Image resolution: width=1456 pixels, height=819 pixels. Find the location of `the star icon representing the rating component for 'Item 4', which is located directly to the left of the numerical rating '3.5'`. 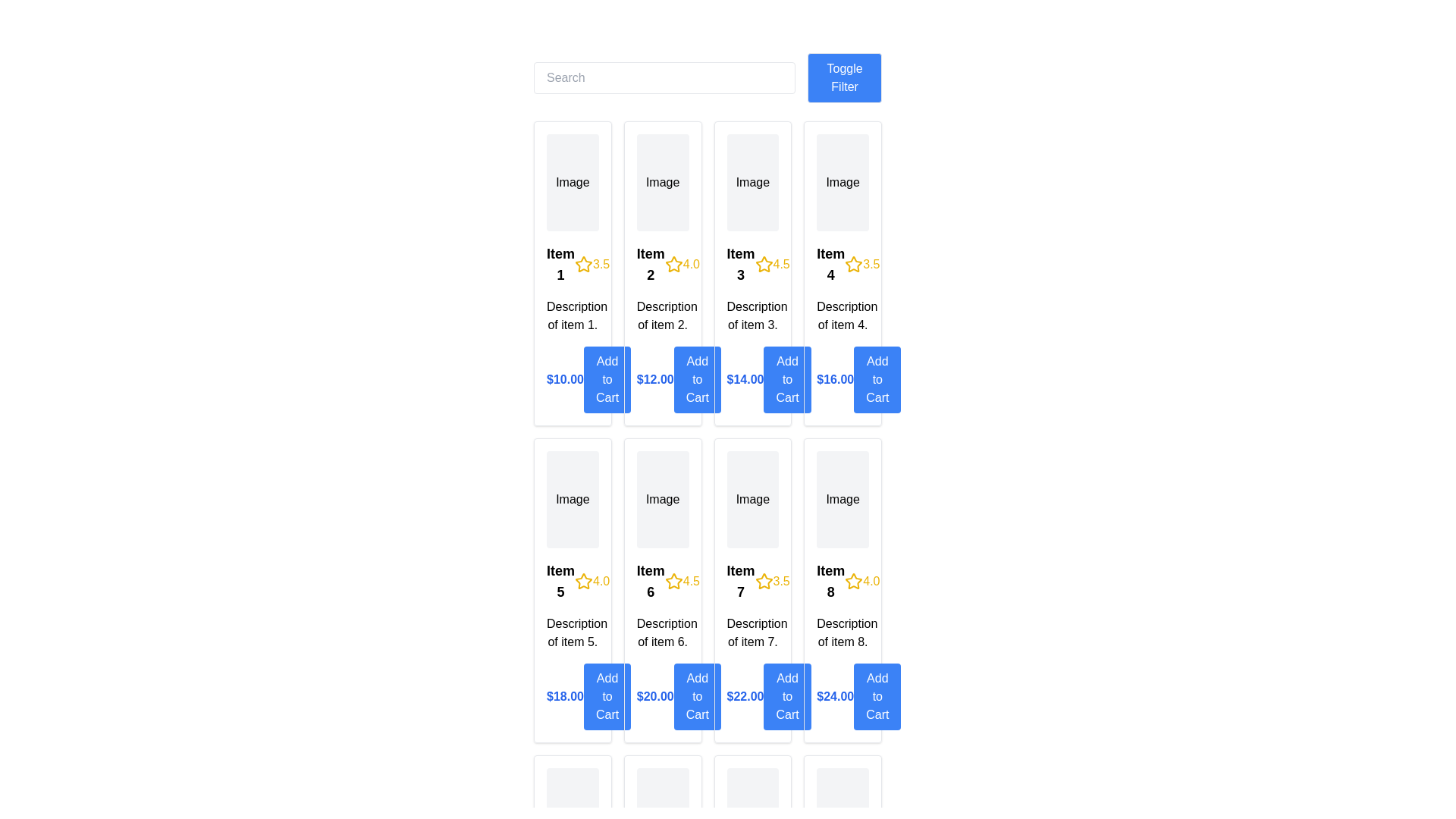

the star icon representing the rating component for 'Item 4', which is located directly to the left of the numerical rating '3.5' is located at coordinates (854, 263).